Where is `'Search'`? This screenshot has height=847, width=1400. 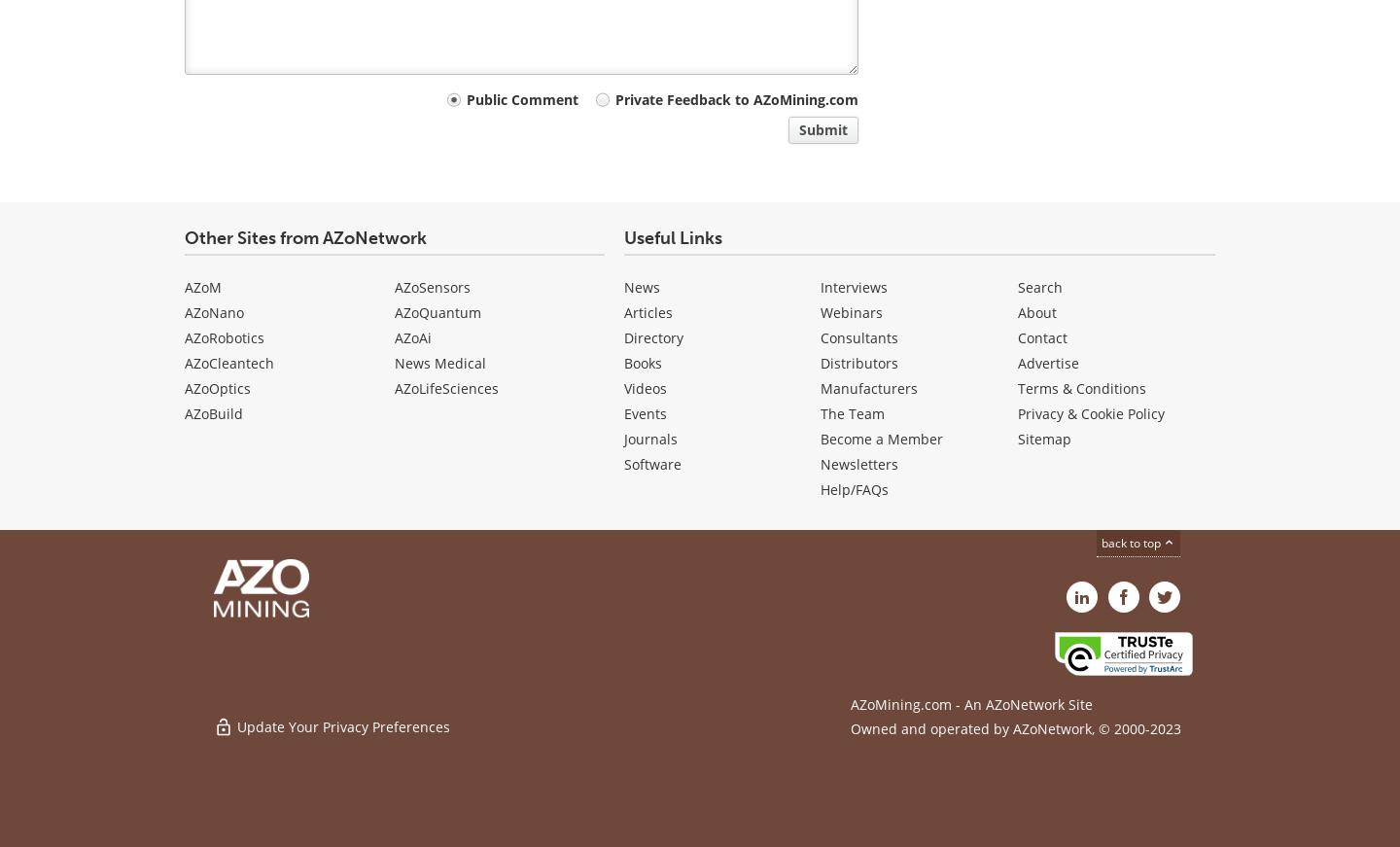 'Search' is located at coordinates (1040, 286).